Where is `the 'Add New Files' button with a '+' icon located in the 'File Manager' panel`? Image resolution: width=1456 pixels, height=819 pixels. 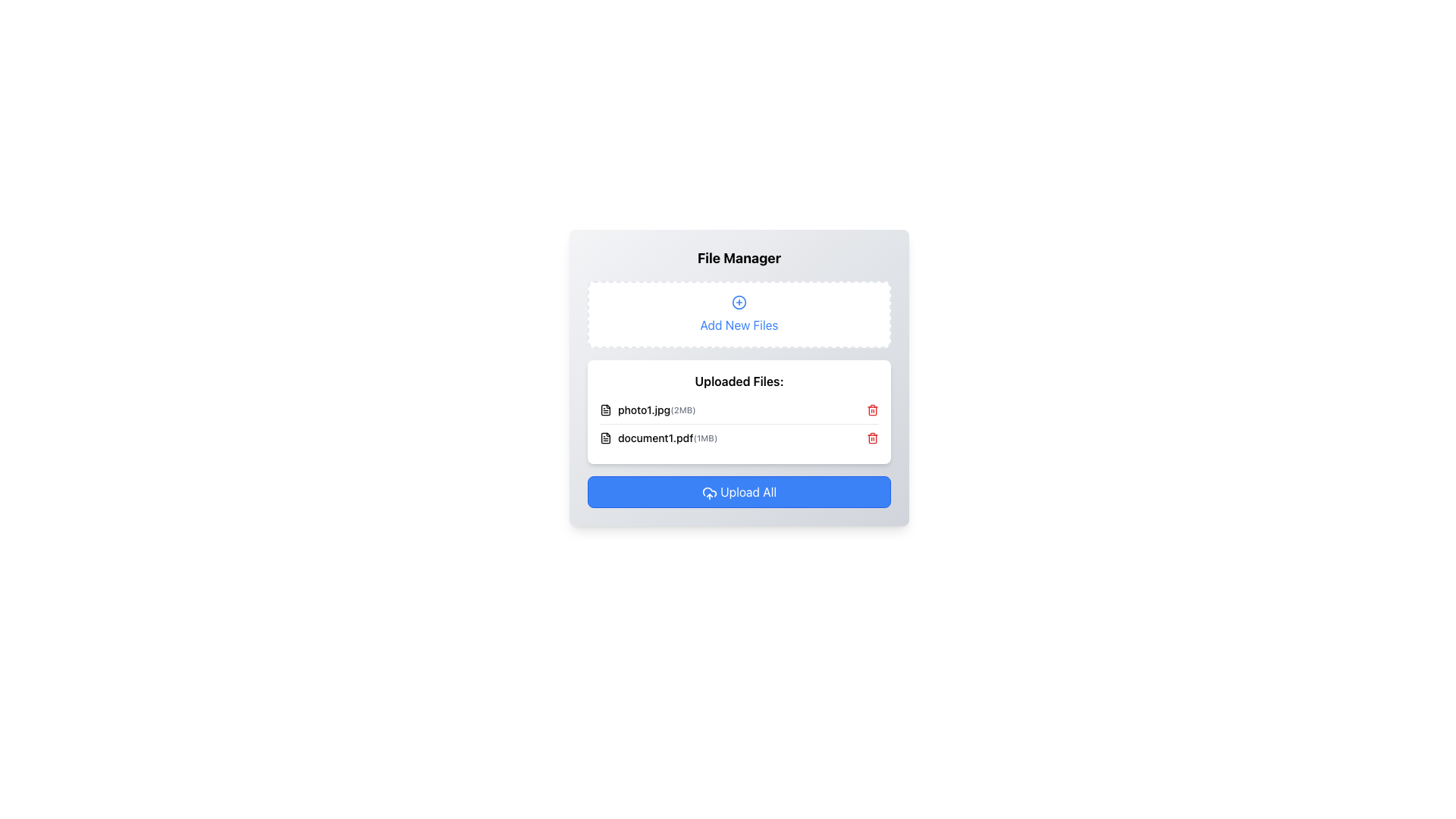 the 'Add New Files' button with a '+' icon located in the 'File Manager' panel is located at coordinates (739, 314).